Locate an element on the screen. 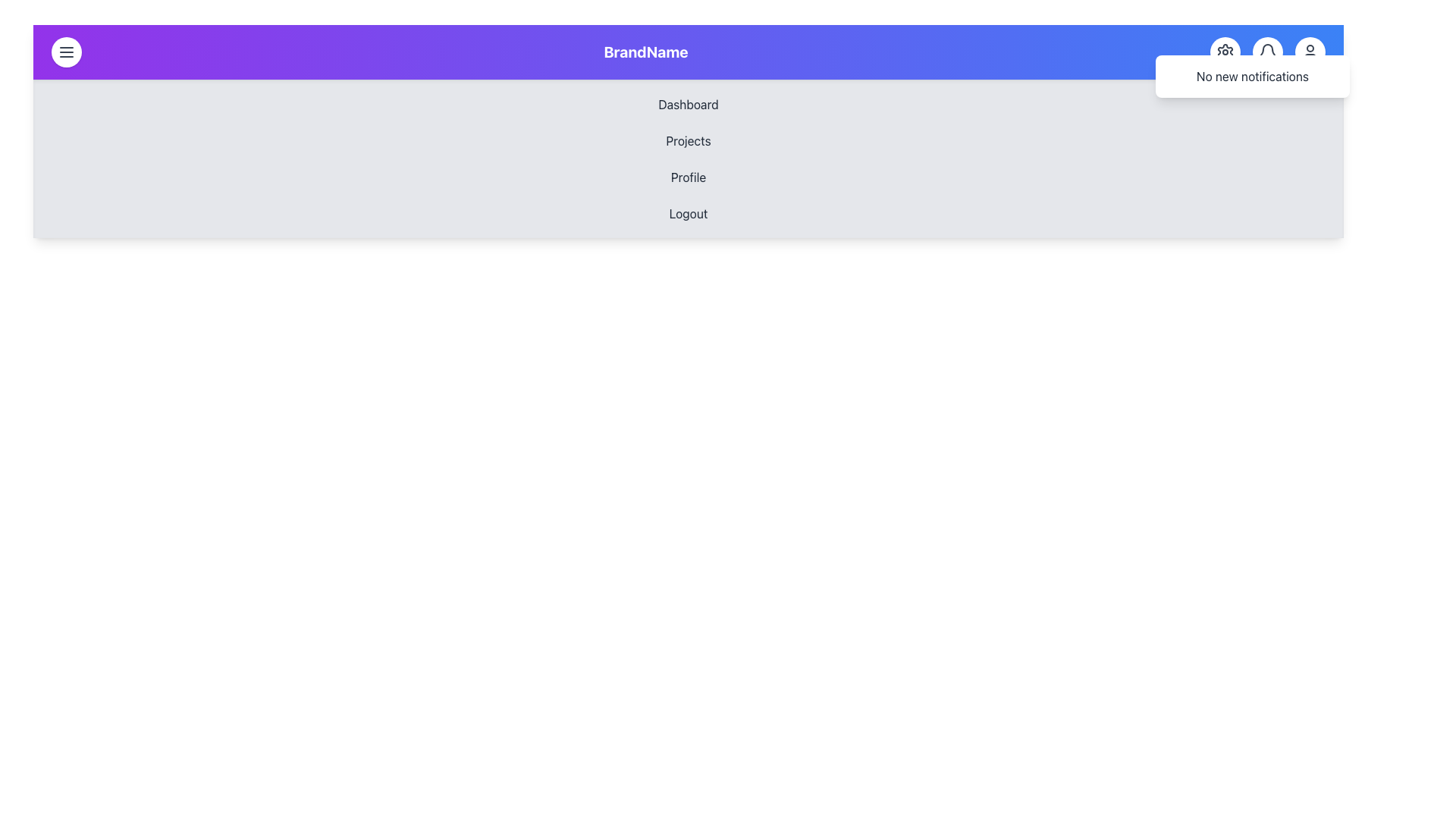  the user profile silhouette icon located in the top-right corner of the navigation bar is located at coordinates (1310, 52).